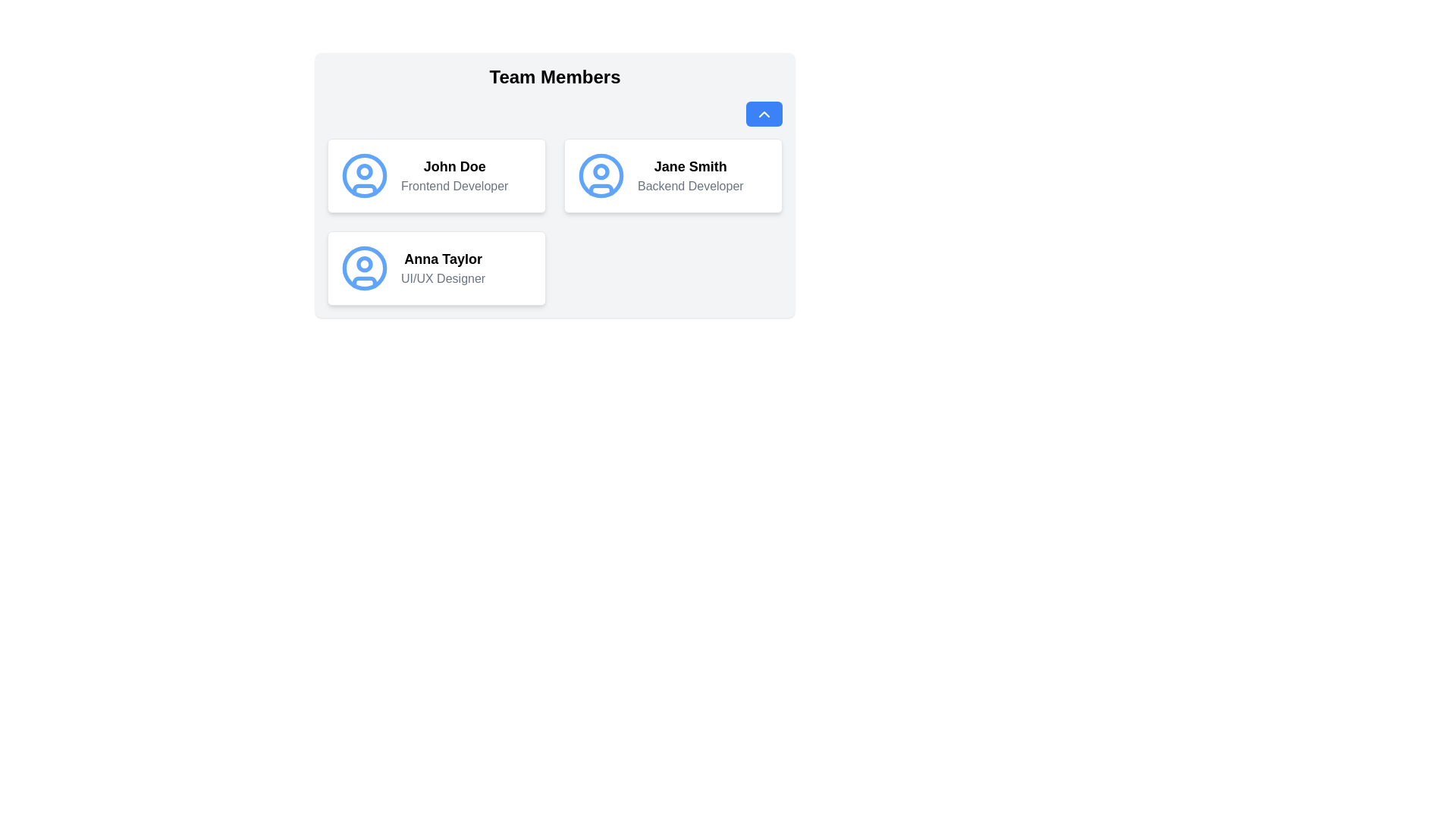 The width and height of the screenshot is (1456, 819). What do you see at coordinates (673, 174) in the screenshot?
I see `the second card component in the 'Team Members' section featuring the user icon and text for 'Jane Smith'` at bounding box center [673, 174].